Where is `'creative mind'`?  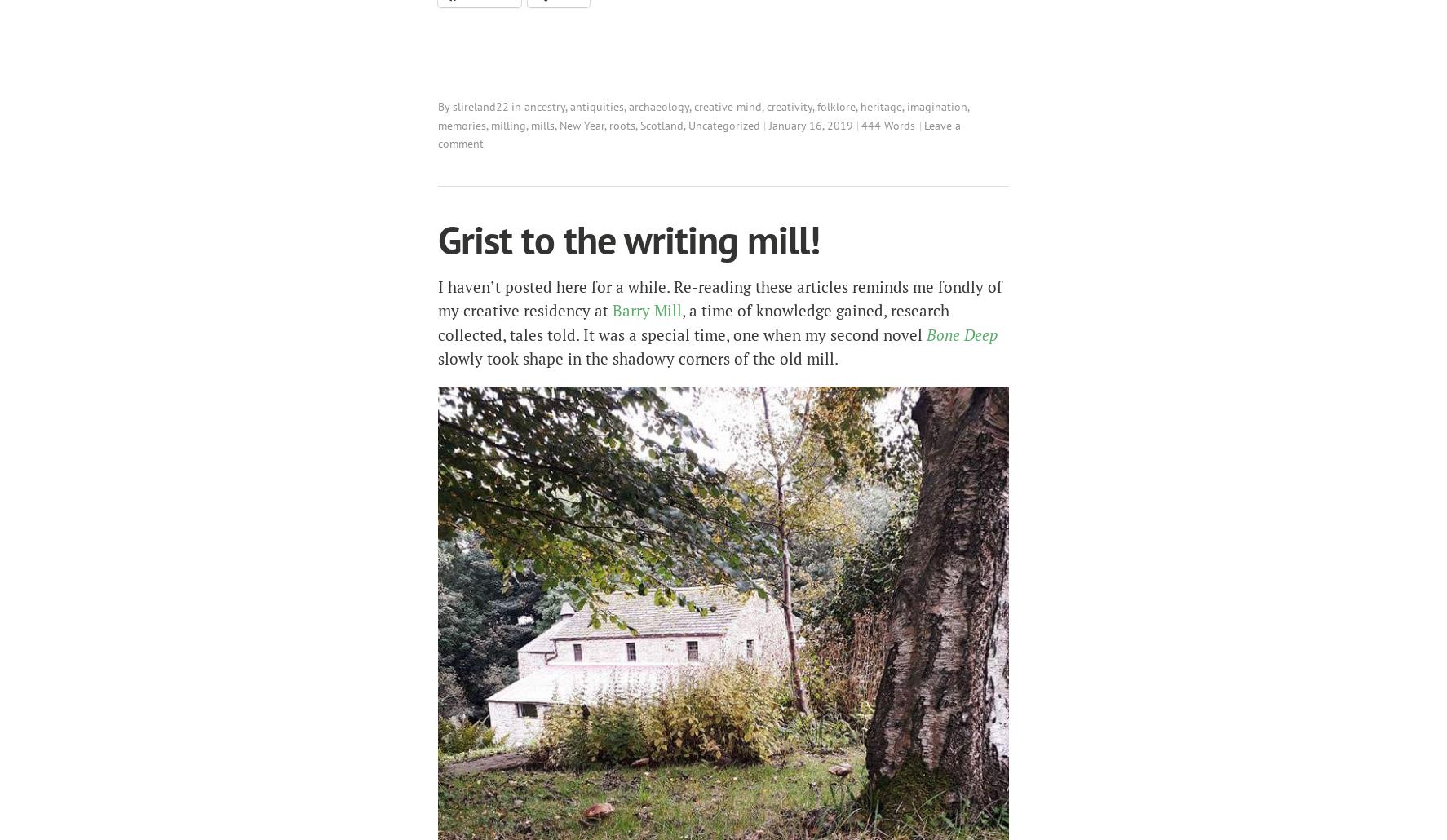 'creative mind' is located at coordinates (727, 106).